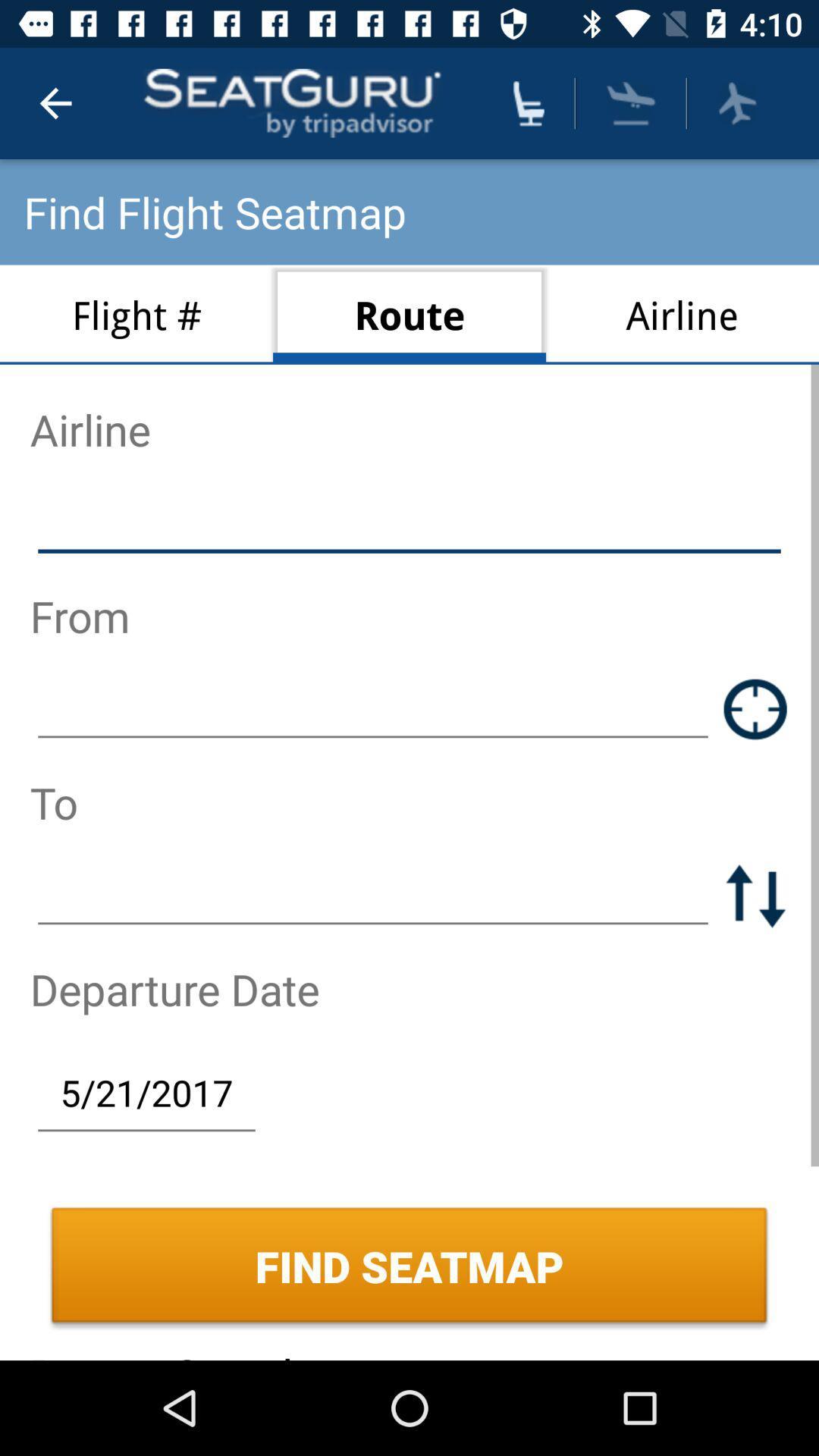 The image size is (819, 1456). Describe the element at coordinates (755, 708) in the screenshot. I see `address from route map` at that location.